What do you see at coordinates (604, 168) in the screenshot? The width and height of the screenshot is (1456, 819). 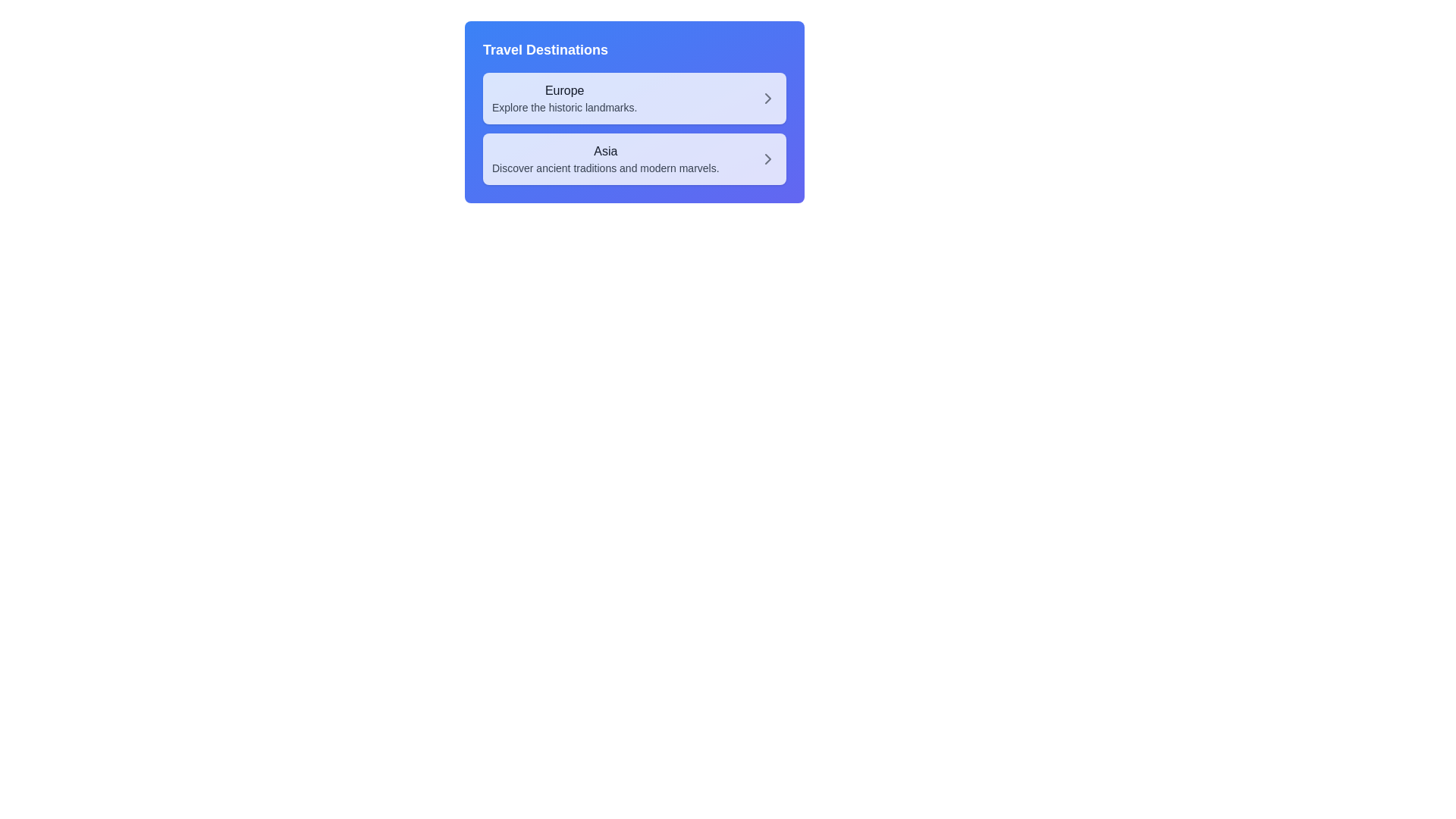 I see `the non-interactive text label that reads 'Discover ancient traditions and modern marvels.' which is styled with a smaller font size and light gray color, positioned directly underneath the bold 'Asia' title in the second travel option card` at bounding box center [604, 168].